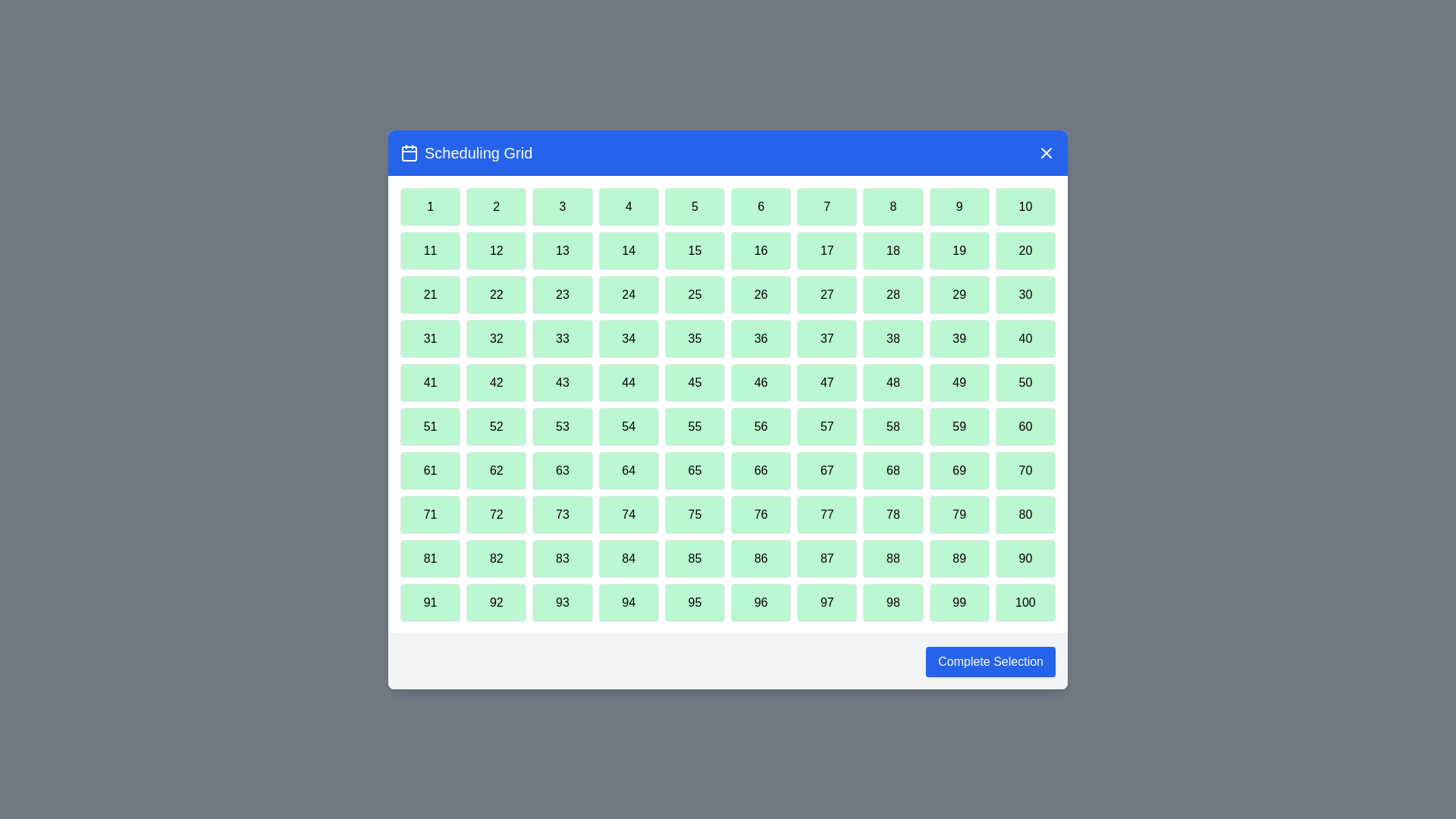 The height and width of the screenshot is (819, 1456). What do you see at coordinates (990, 660) in the screenshot?
I see `the 'Complete Selection' button to close the dialog` at bounding box center [990, 660].